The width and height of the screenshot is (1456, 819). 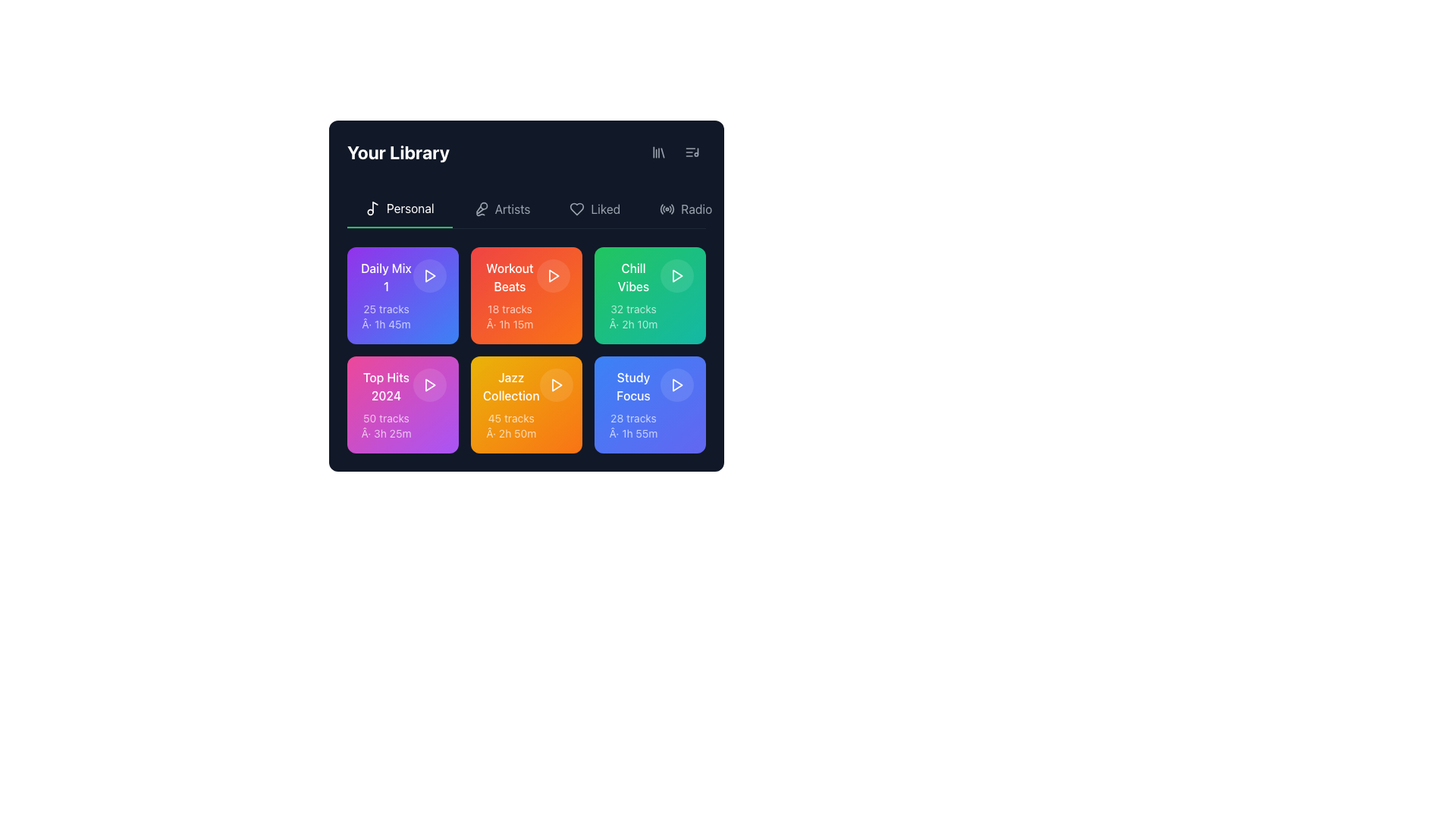 What do you see at coordinates (650, 295) in the screenshot?
I see `the 'Chill Vibes' playlist card located in the top-right corner of the grid layout to start playing the playlist` at bounding box center [650, 295].